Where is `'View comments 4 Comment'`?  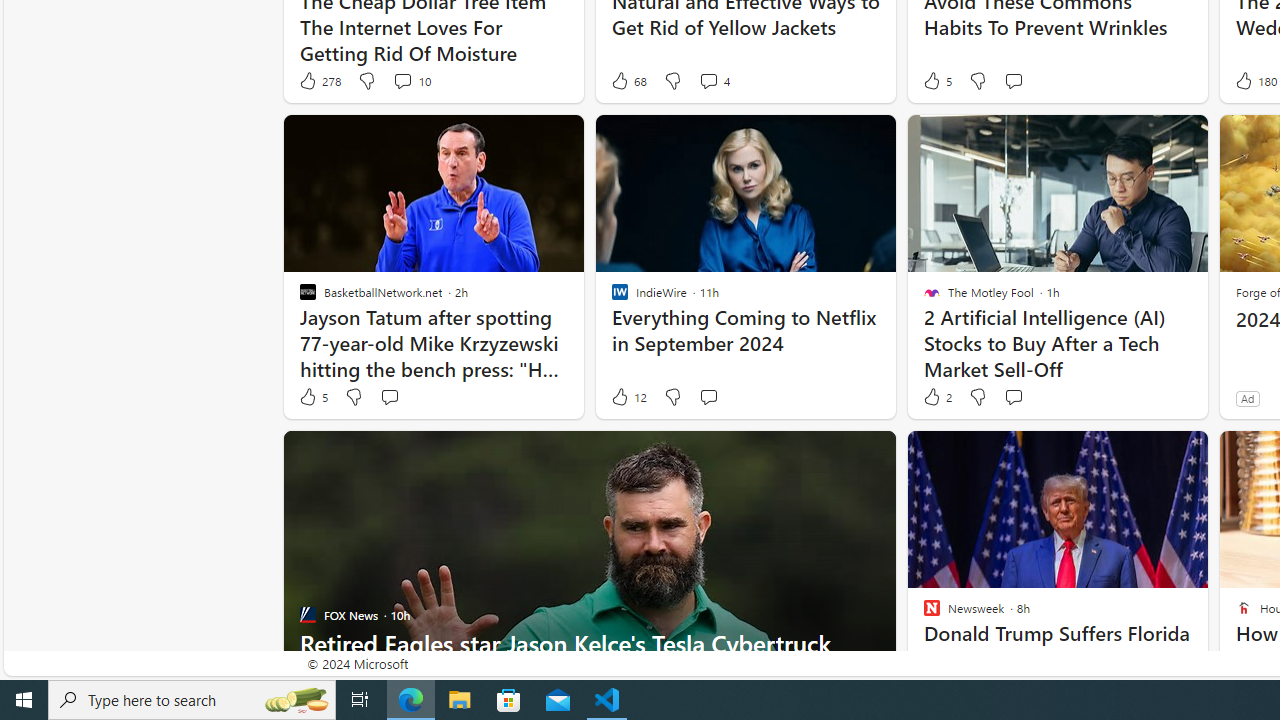 'View comments 4 Comment' is located at coordinates (708, 80).